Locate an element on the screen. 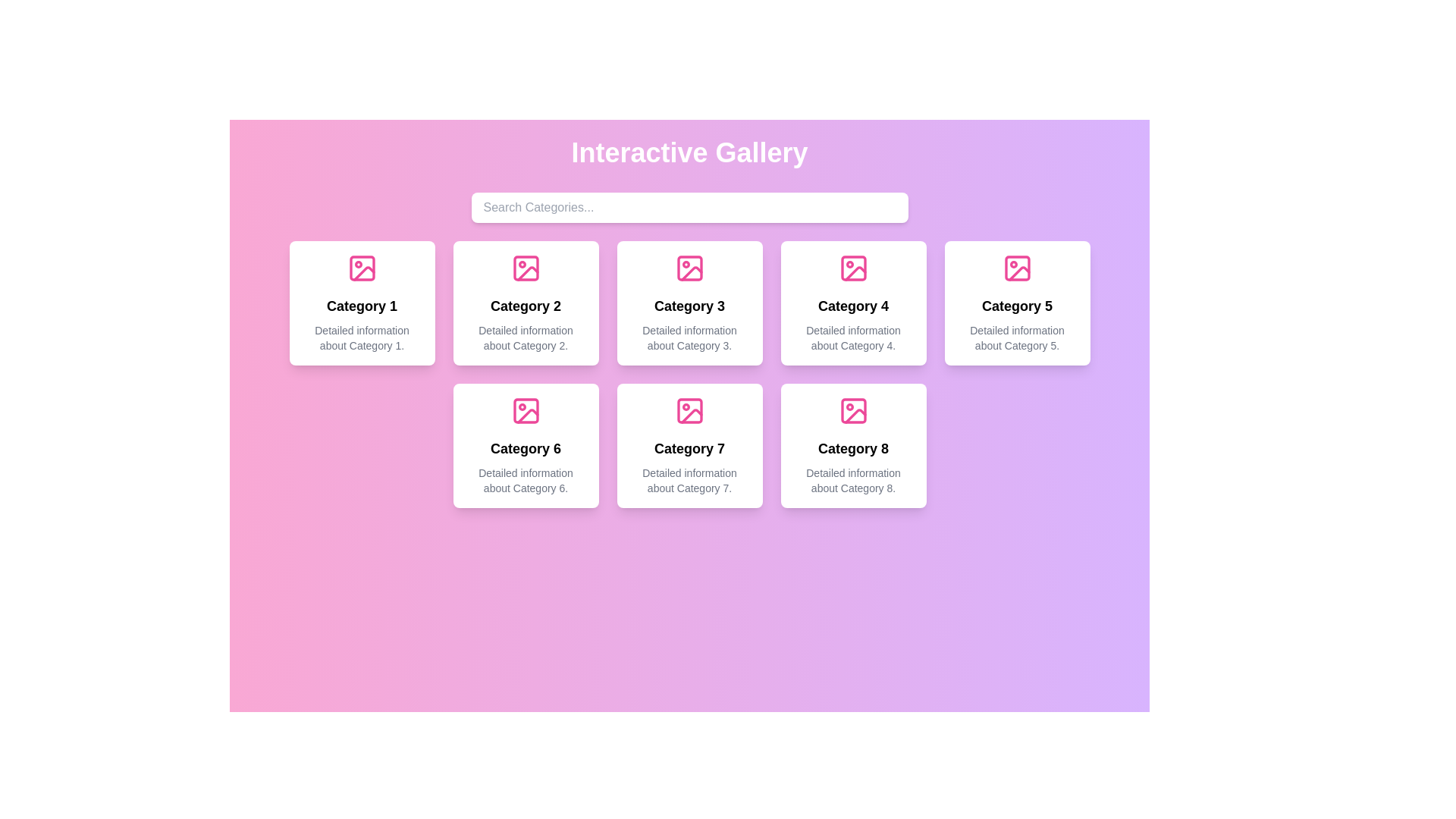 This screenshot has height=819, width=1456. the descriptive text label located in the bottom section of the first card in the first row of the interface is located at coordinates (361, 337).